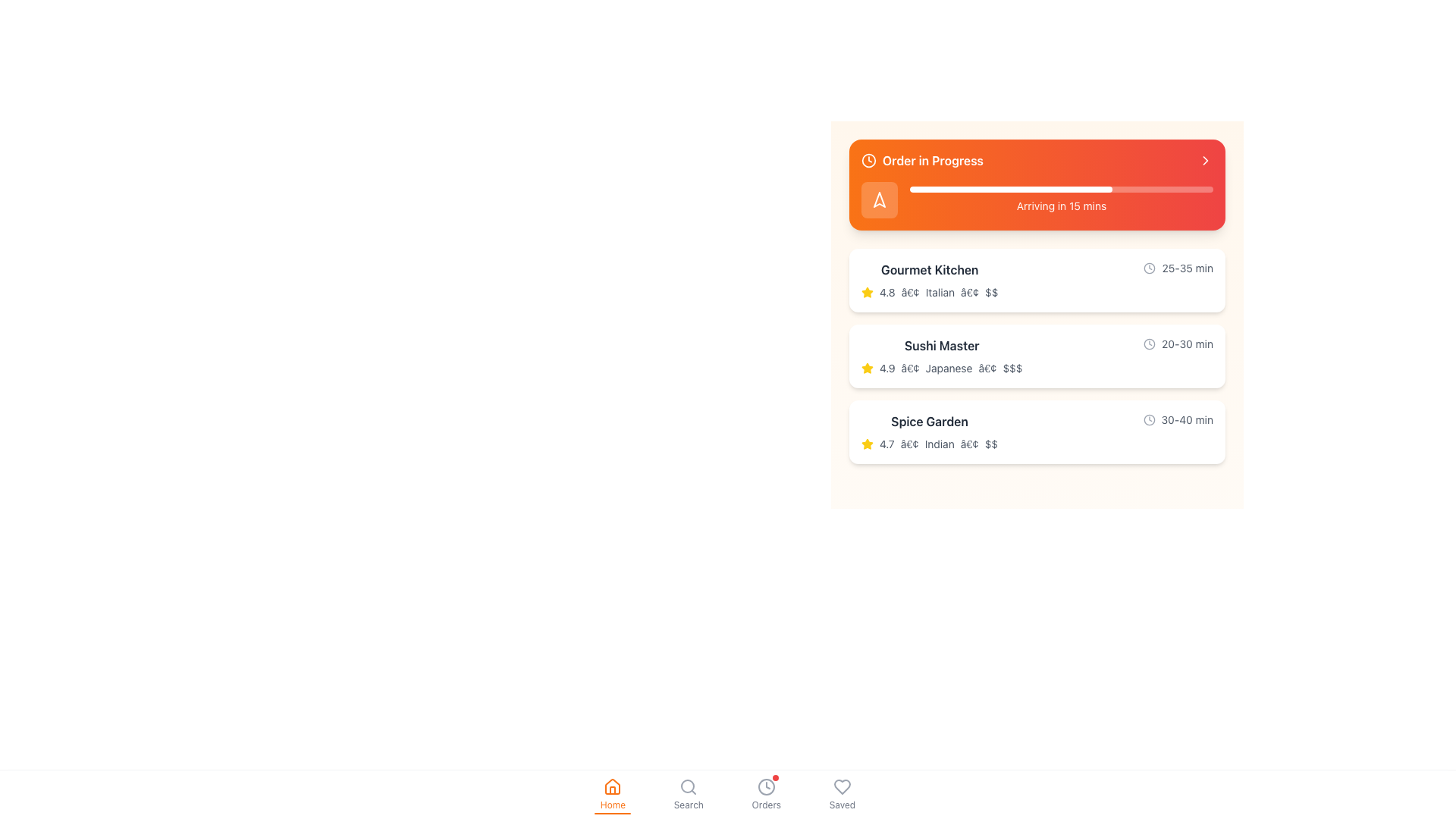 This screenshot has height=819, width=1456. What do you see at coordinates (1149, 420) in the screenshot?
I see `the timing indicator icon located to the right of the 'Spice Garden' entry, adjacent to the '30-40 min' text in the list of options` at bounding box center [1149, 420].